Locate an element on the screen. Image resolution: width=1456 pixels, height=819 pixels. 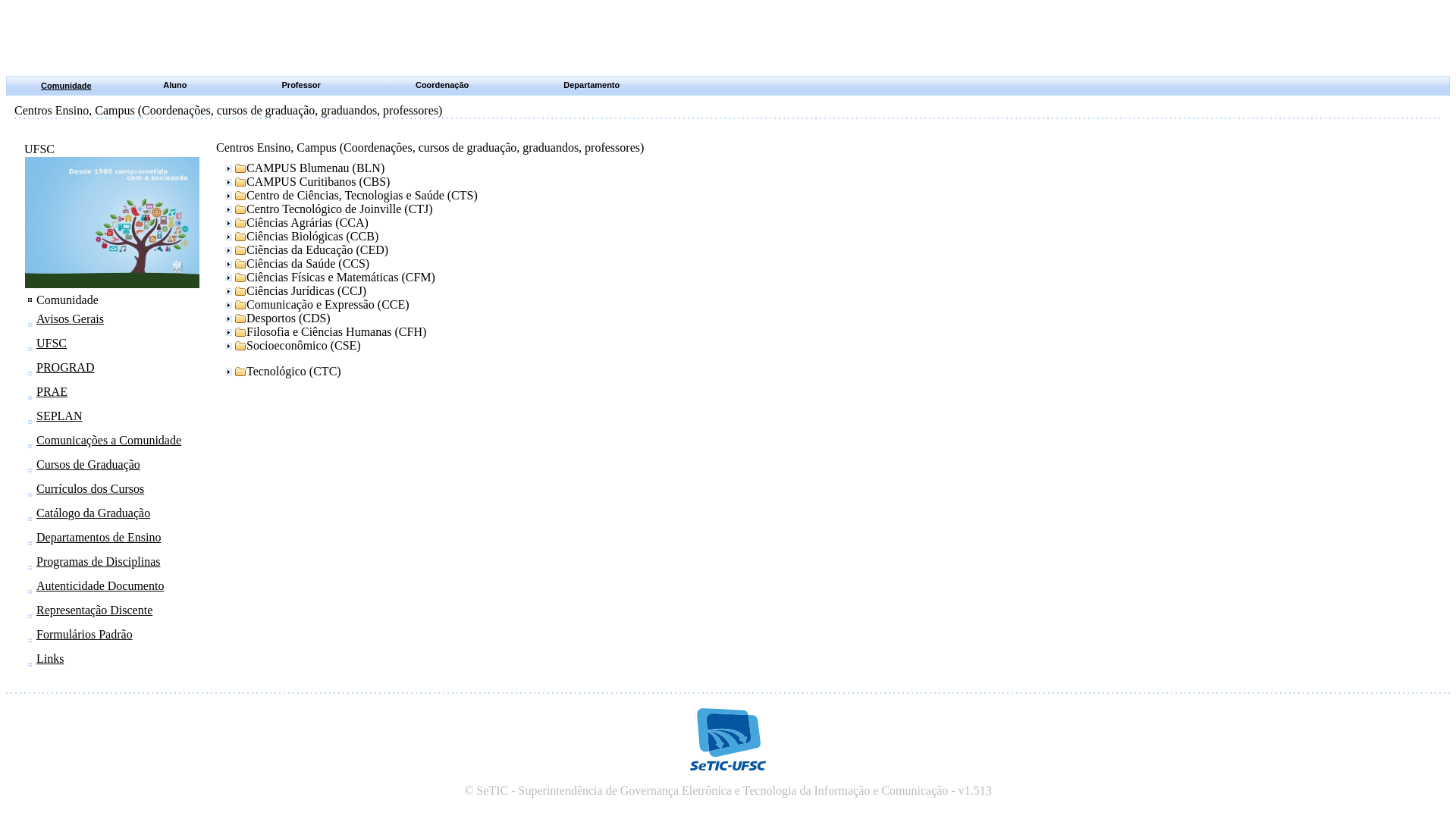
'Links' is located at coordinates (50, 657).